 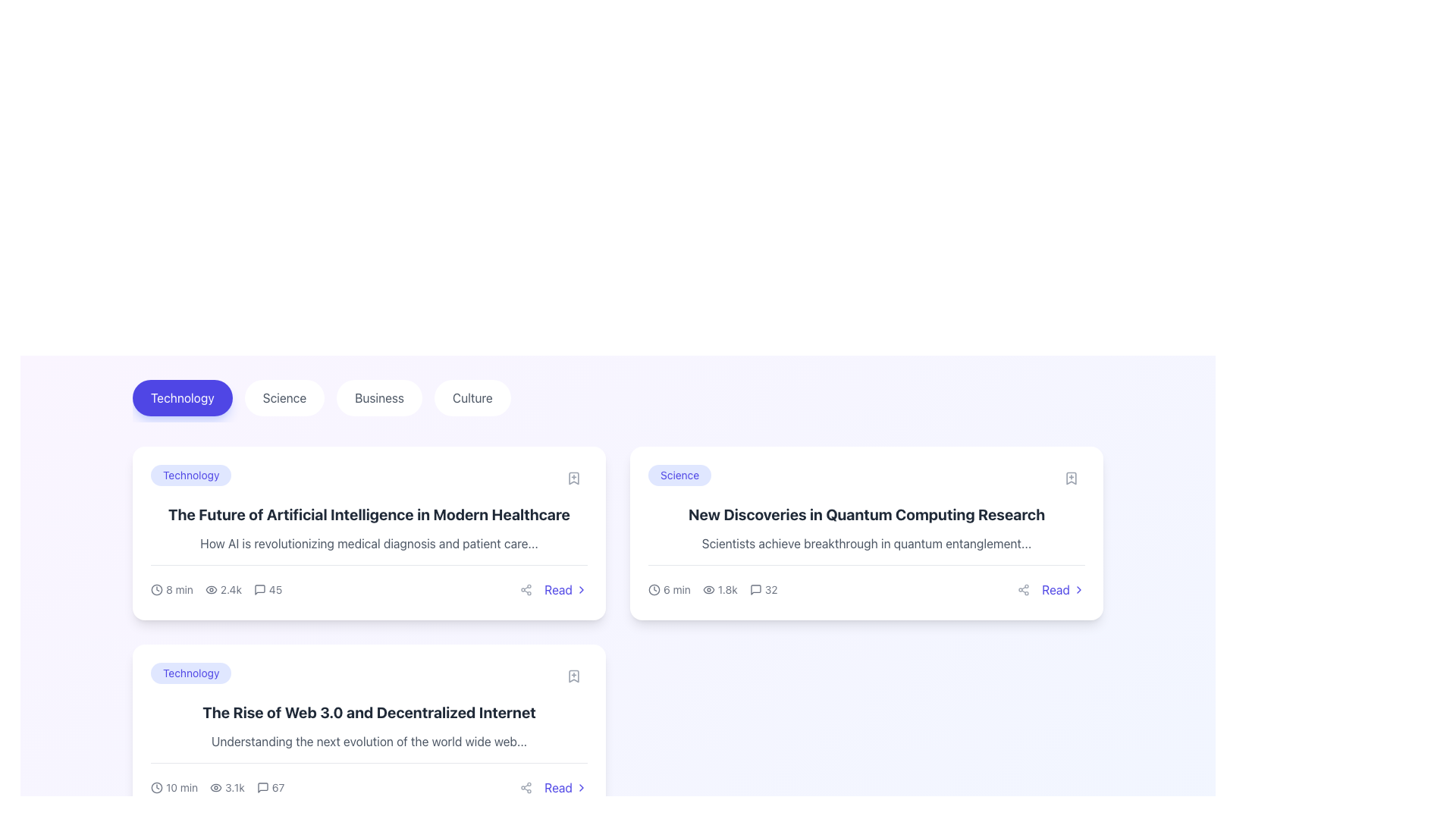 What do you see at coordinates (573, 479) in the screenshot?
I see `the lower segment of the bookmark icon displayed on the top-right corner of the card titled 'The Future of Artificial Intelligence in Modern Healthcare'` at bounding box center [573, 479].